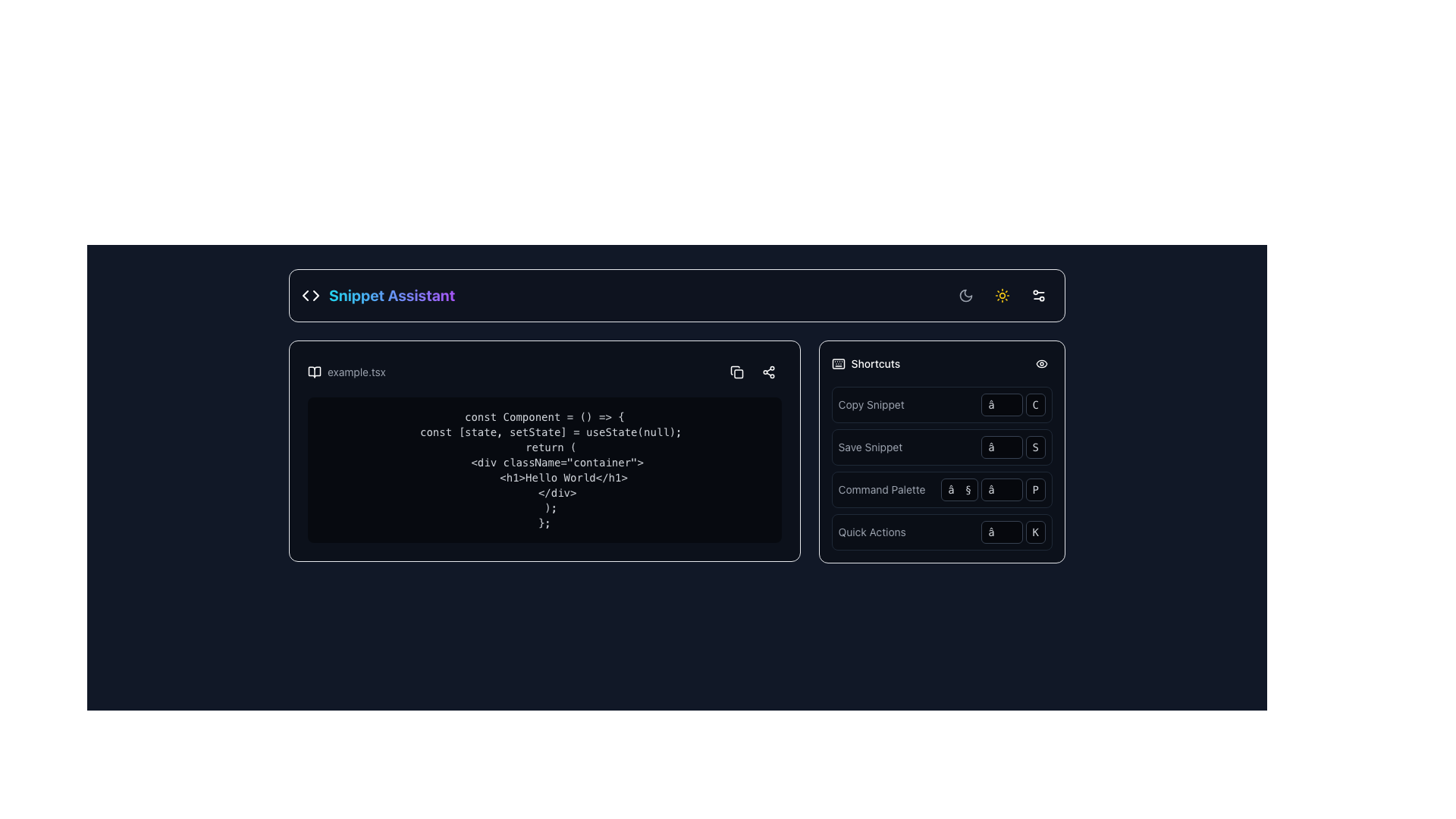  Describe the element at coordinates (1034, 532) in the screenshot. I see `the button located in the bottom-right section of the interface under the 'Shortcuts' column` at that location.